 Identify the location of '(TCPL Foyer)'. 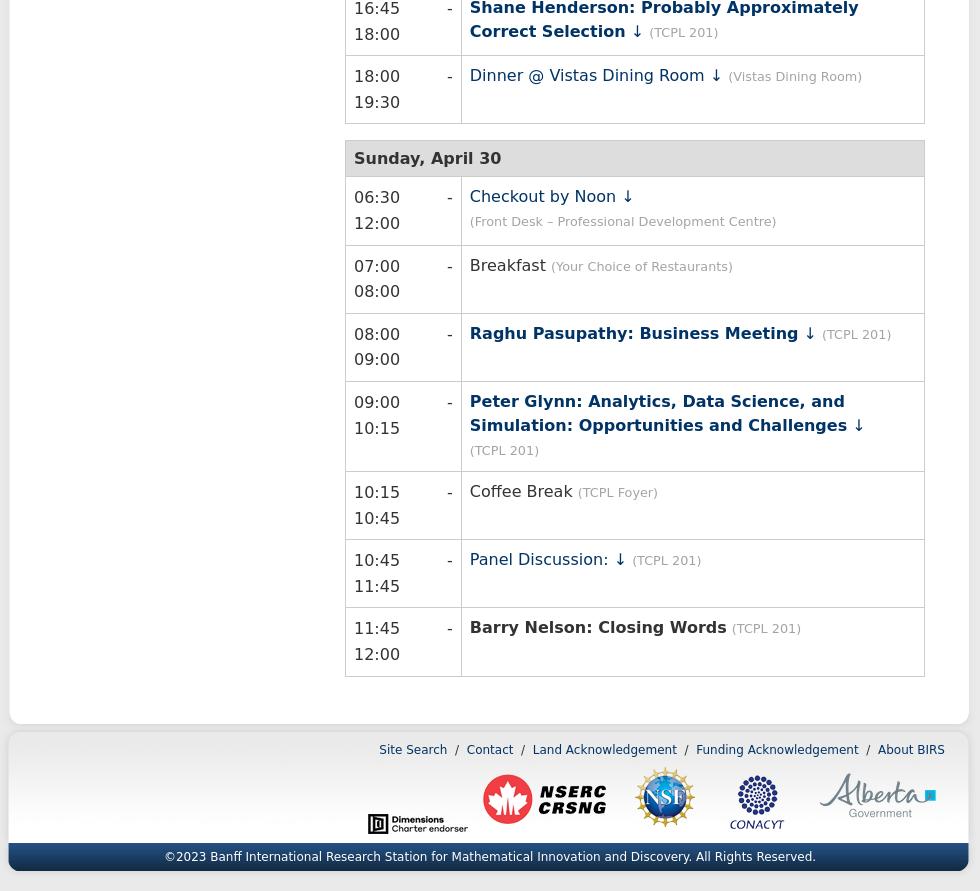
(577, 490).